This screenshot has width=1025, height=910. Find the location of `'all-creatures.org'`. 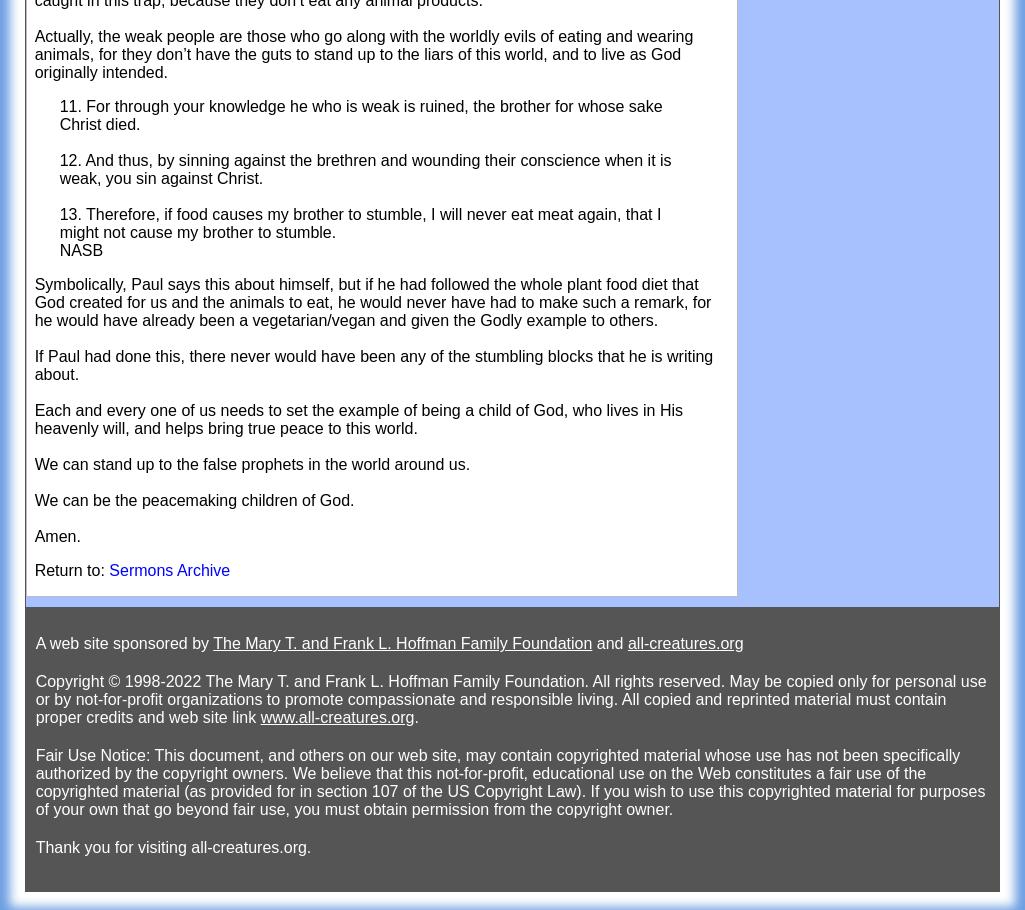

'all-creatures.org' is located at coordinates (685, 643).